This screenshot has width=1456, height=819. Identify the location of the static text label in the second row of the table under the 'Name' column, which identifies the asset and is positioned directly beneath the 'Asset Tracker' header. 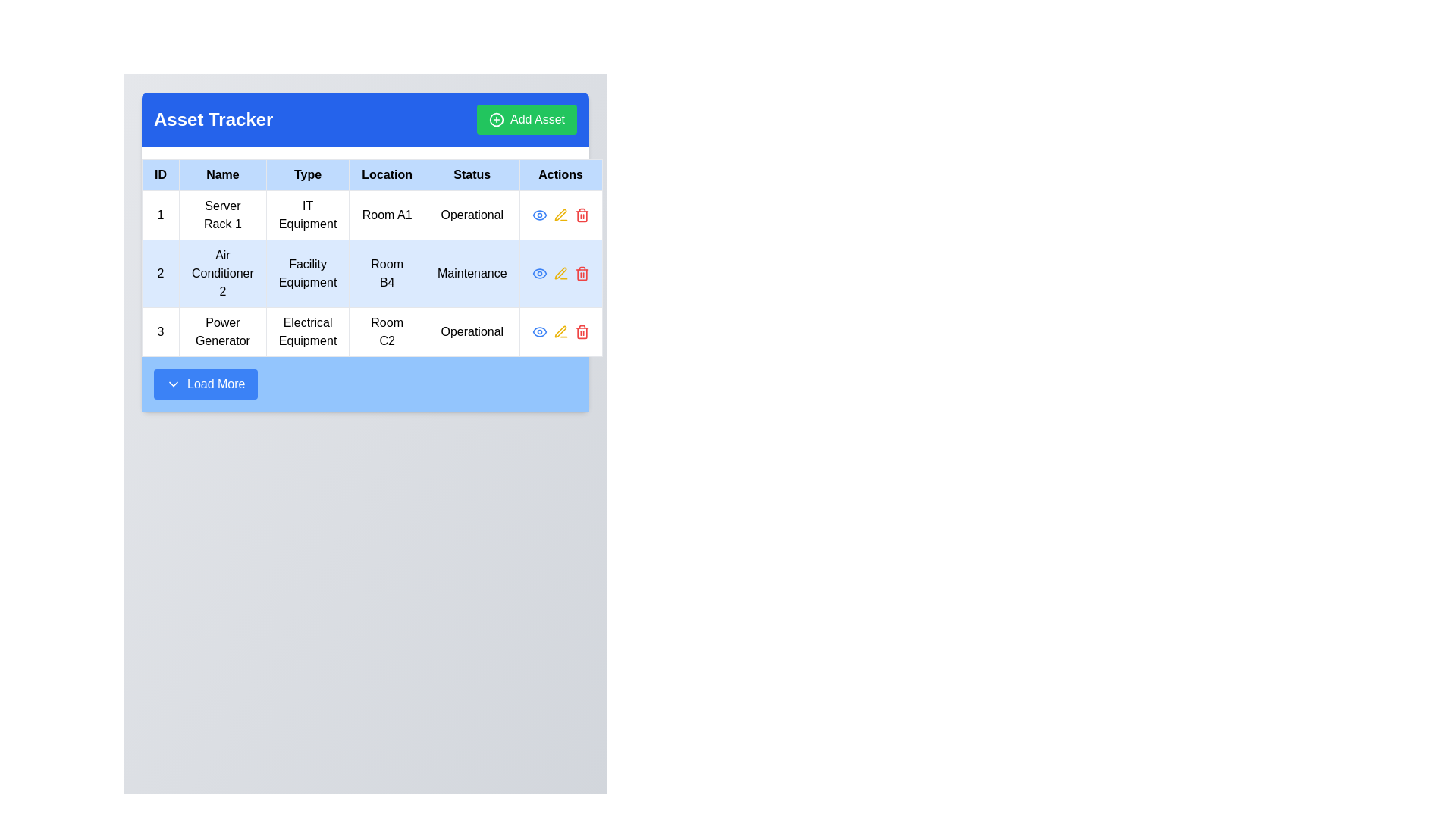
(221, 274).